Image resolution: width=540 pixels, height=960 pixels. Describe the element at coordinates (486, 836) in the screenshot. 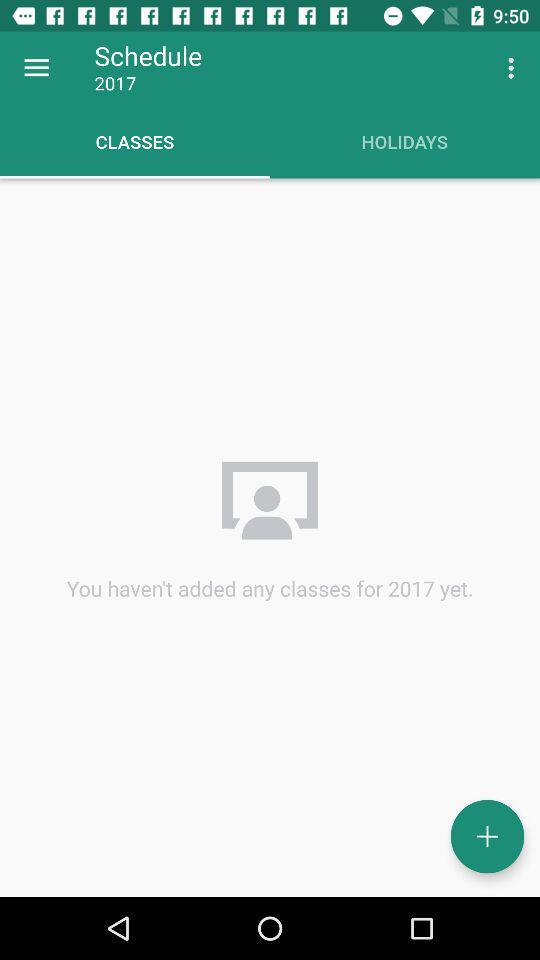

I see `a class` at that location.